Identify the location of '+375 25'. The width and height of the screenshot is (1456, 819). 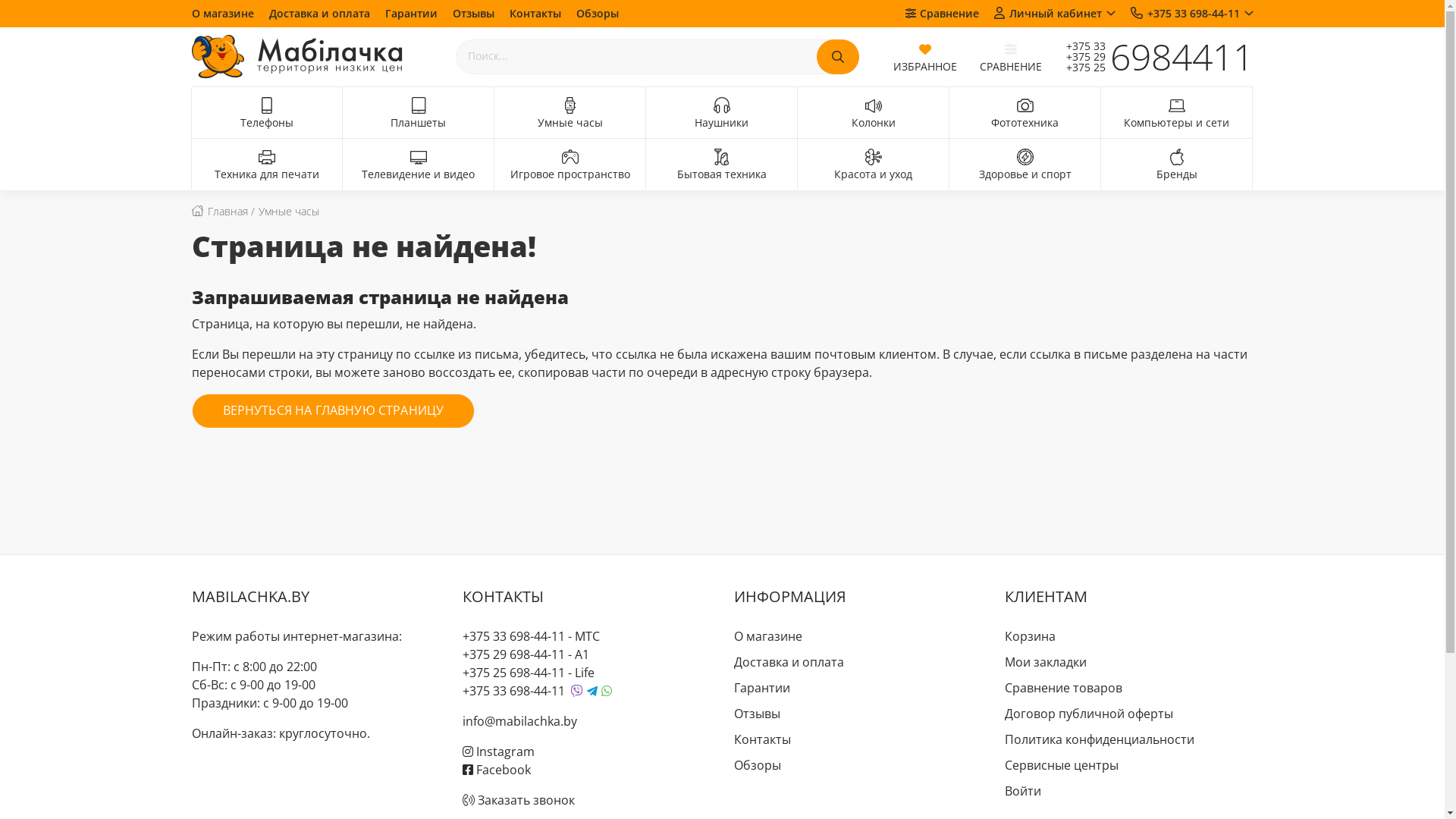
(1078, 66).